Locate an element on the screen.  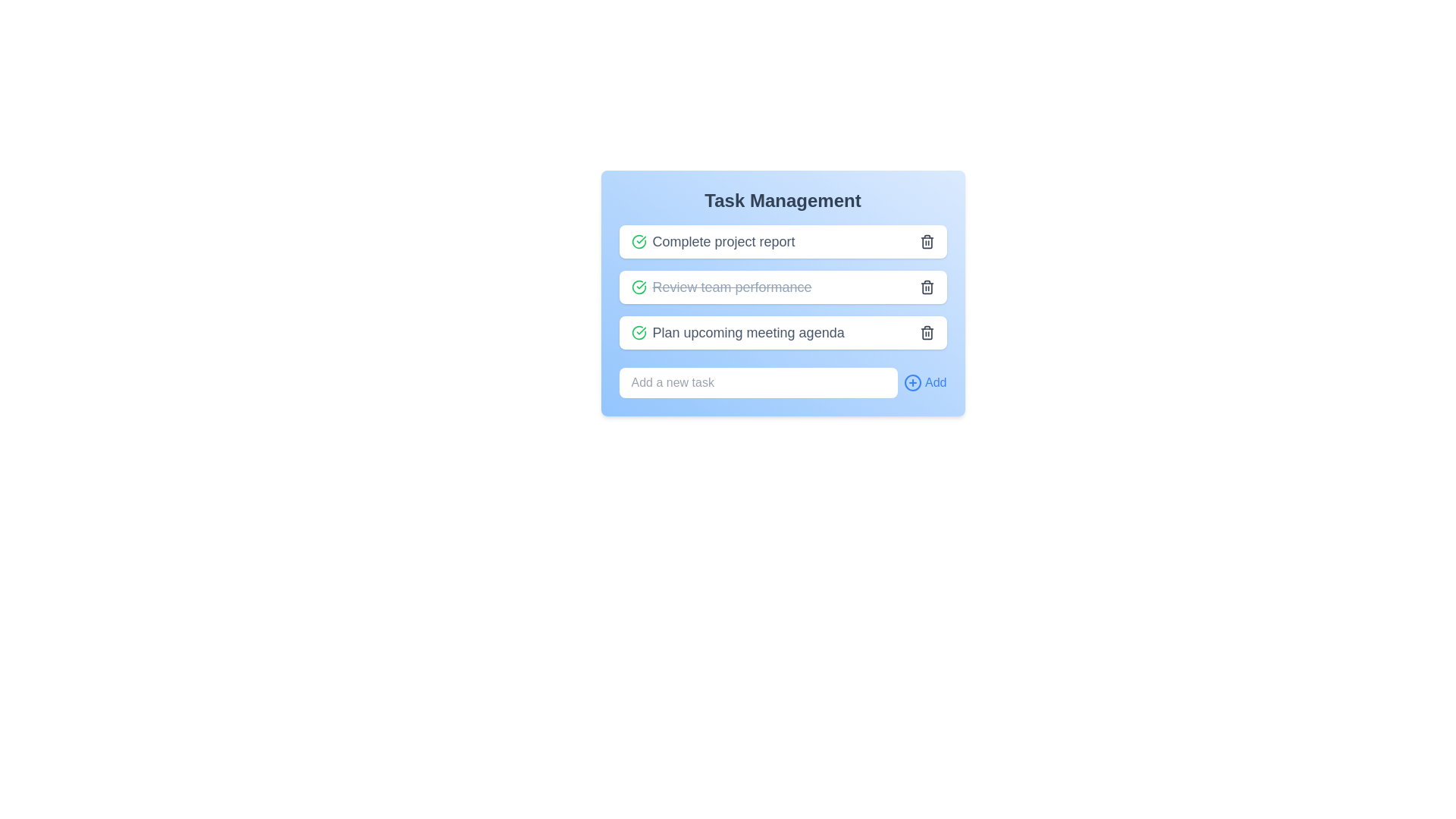
the text label 'Review team performance' which has a strikethrough effect, indicating a completed task in the Task Management section is located at coordinates (720, 287).